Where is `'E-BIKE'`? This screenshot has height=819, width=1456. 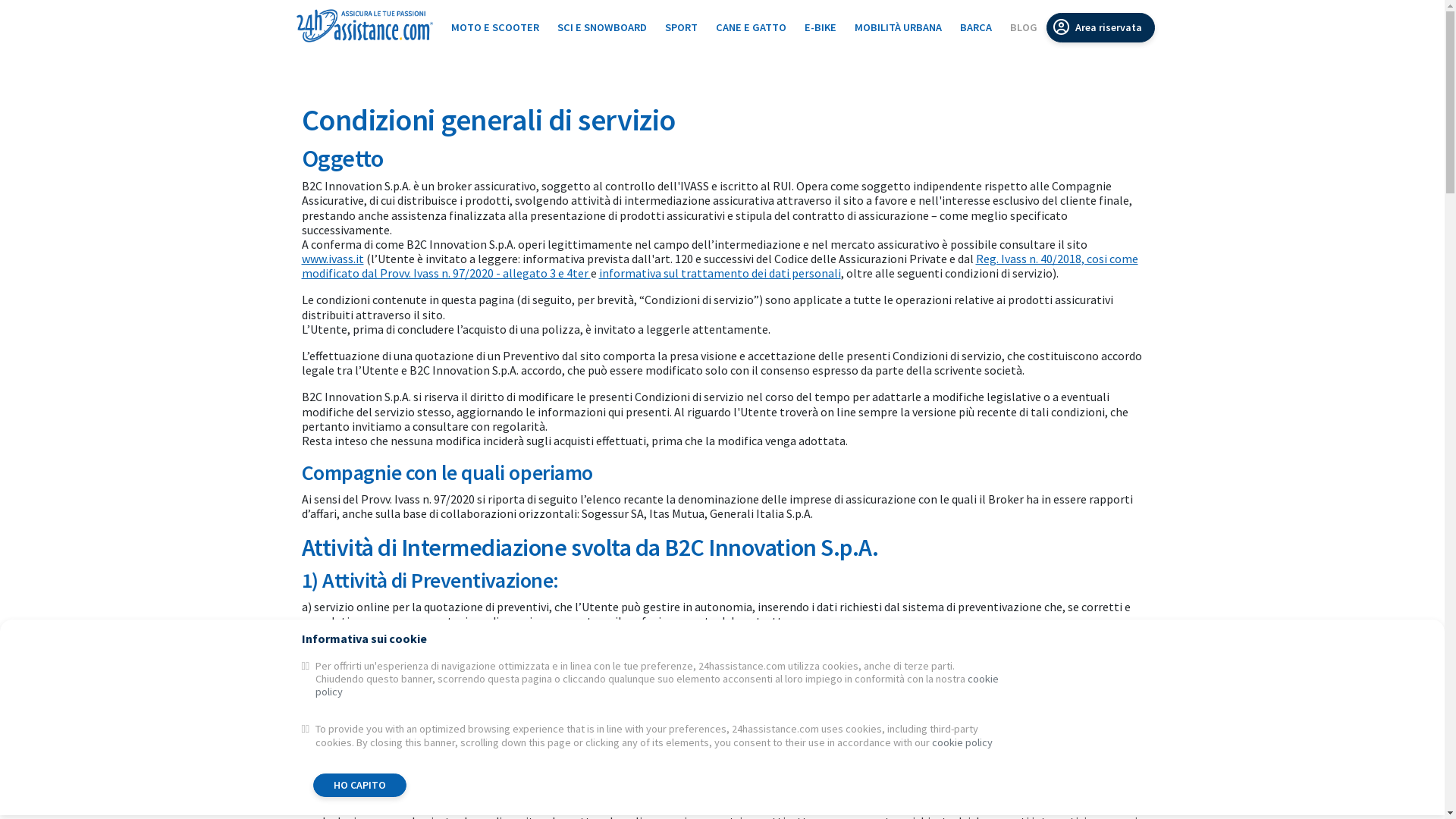
'E-BIKE' is located at coordinates (818, 27).